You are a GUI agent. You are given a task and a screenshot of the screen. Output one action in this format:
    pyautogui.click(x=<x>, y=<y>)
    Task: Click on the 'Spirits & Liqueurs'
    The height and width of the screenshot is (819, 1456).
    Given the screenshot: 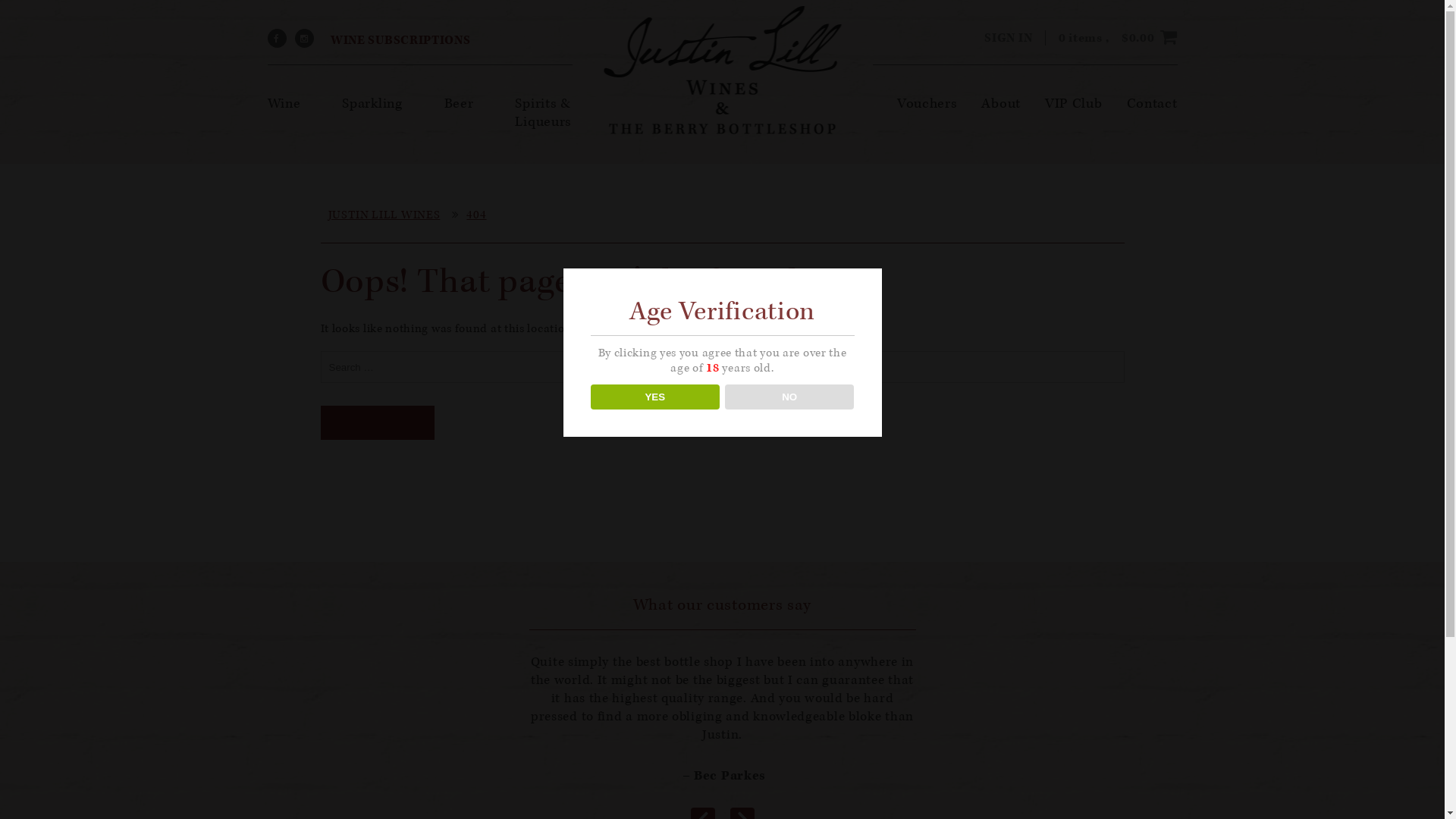 What is the action you would take?
    pyautogui.click(x=514, y=111)
    